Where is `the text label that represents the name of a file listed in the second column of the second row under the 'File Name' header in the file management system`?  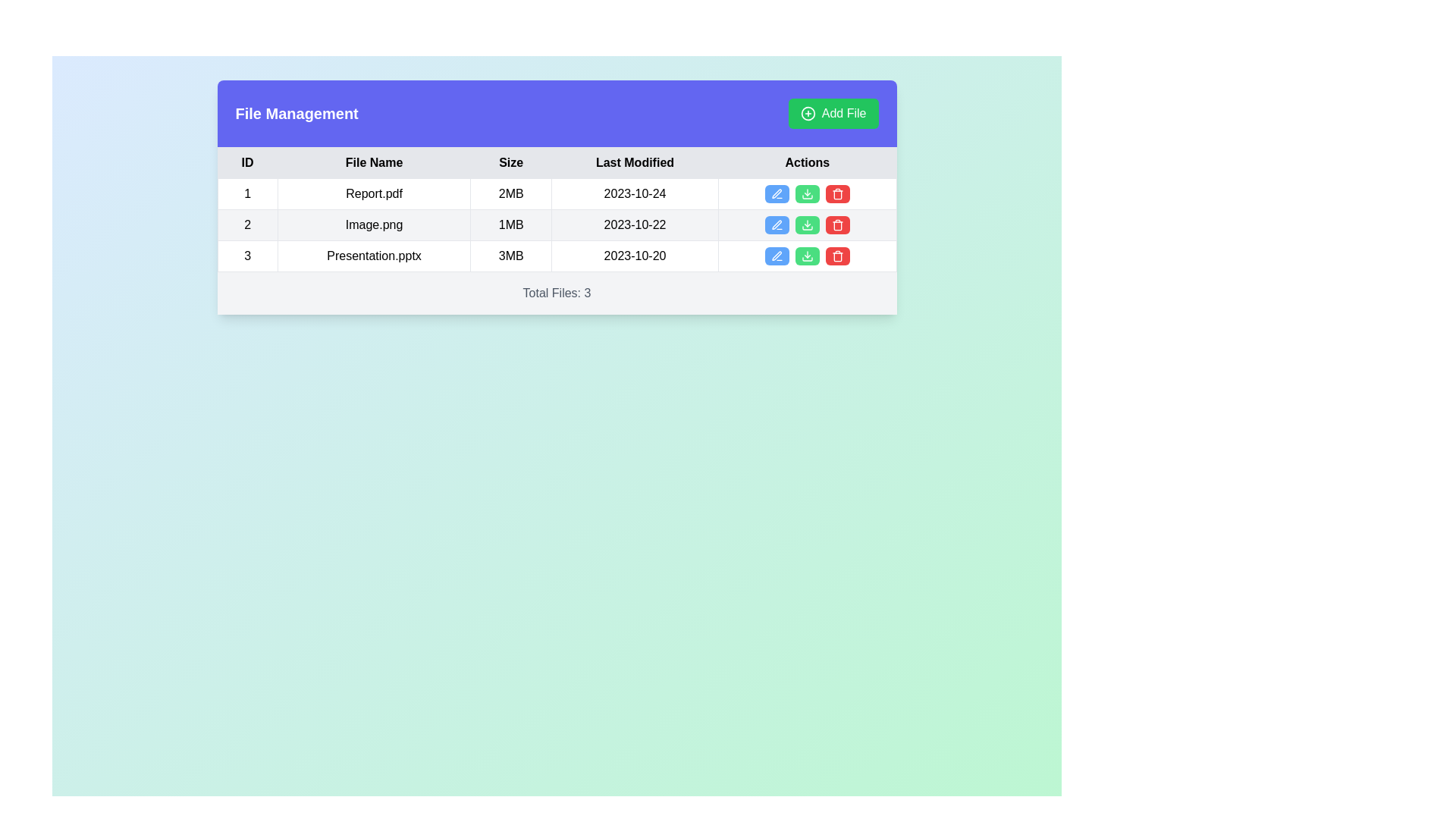 the text label that represents the name of a file listed in the second column of the second row under the 'File Name' header in the file management system is located at coordinates (374, 225).